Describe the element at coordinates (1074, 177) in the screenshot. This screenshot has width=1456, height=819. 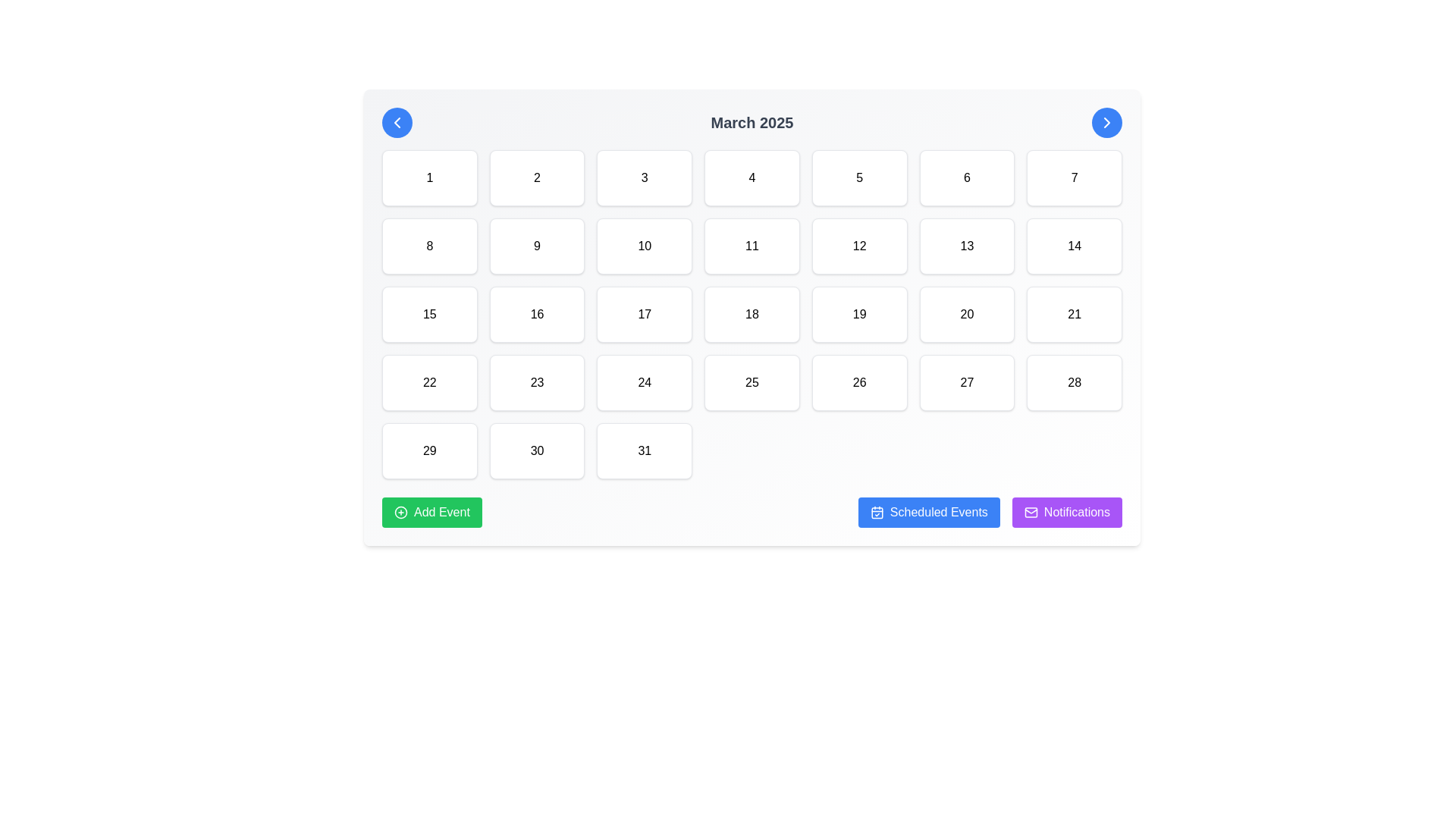
I see `the static text element displaying the digit '7', which is part of the calendar grid for March 2025` at that location.